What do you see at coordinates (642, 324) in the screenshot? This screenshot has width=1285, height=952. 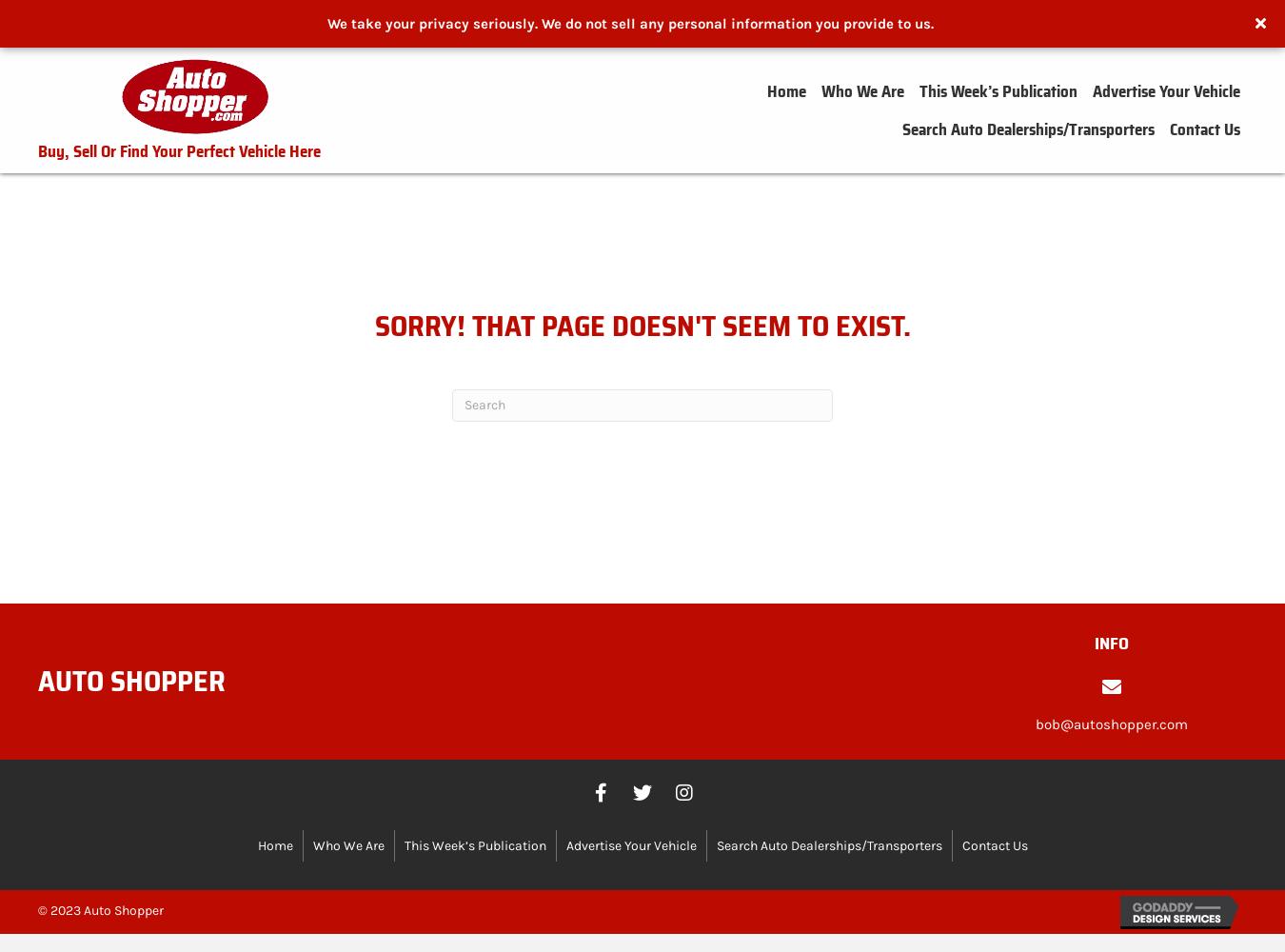 I see `'Sorry! That page doesn't seem to exist.'` at bounding box center [642, 324].